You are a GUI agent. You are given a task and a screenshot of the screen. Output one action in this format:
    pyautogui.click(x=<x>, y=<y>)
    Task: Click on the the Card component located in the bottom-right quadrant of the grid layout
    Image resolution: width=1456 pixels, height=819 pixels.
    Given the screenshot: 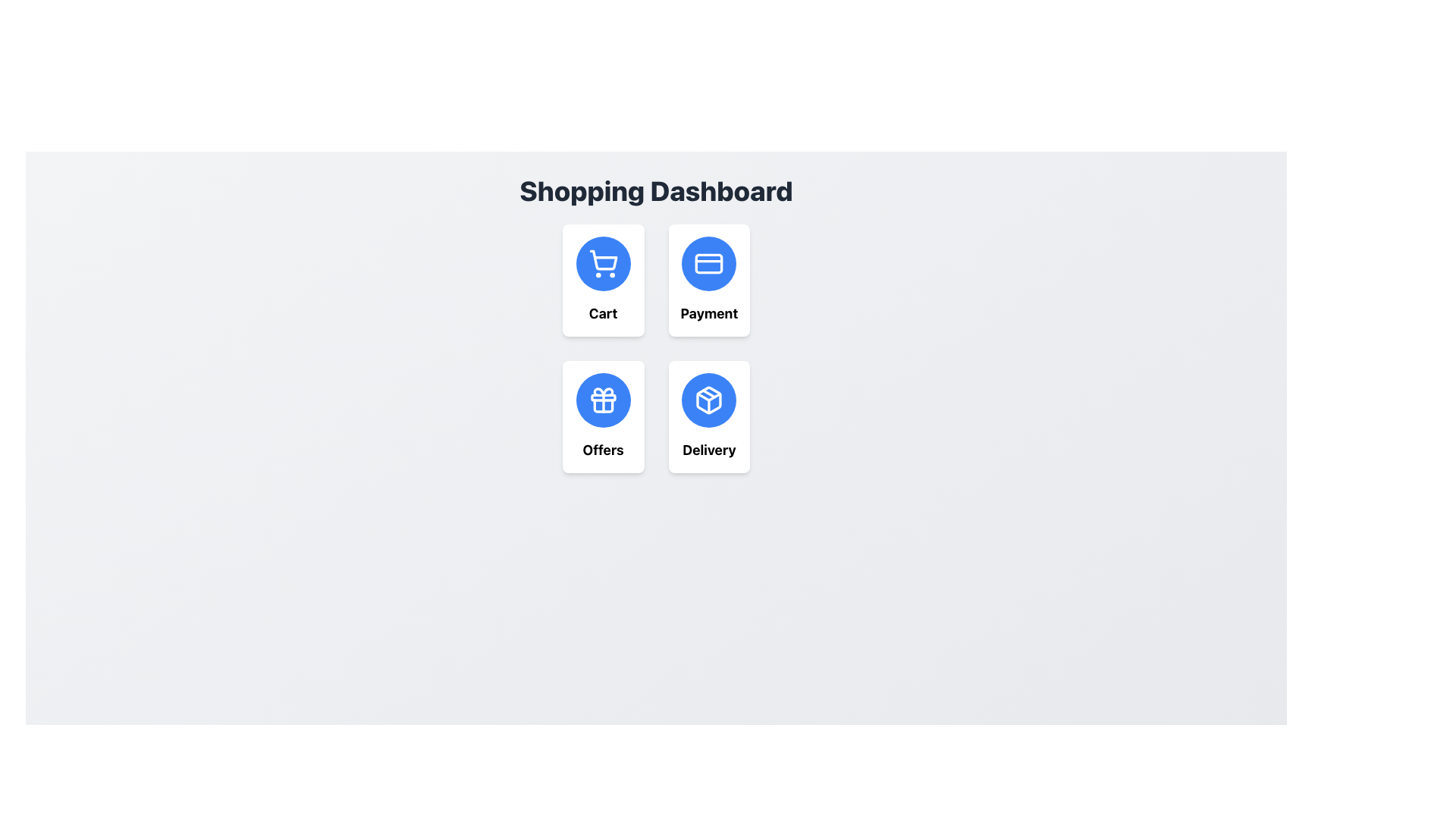 What is the action you would take?
    pyautogui.click(x=708, y=417)
    